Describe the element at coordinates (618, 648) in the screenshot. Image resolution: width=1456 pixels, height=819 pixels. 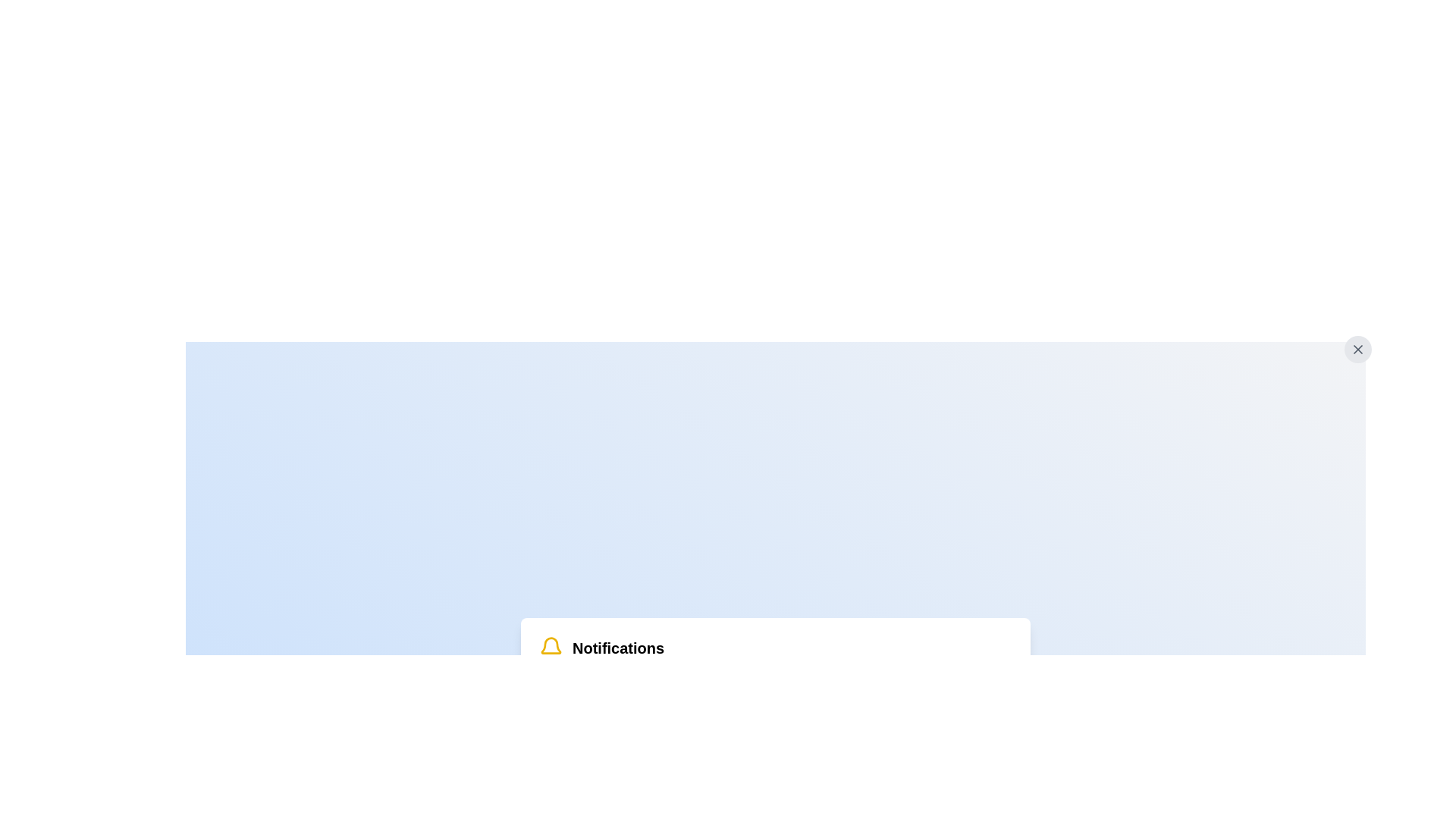
I see `the 'Notifications' text label, which is bold and positioned next to a yellow bell icon` at that location.